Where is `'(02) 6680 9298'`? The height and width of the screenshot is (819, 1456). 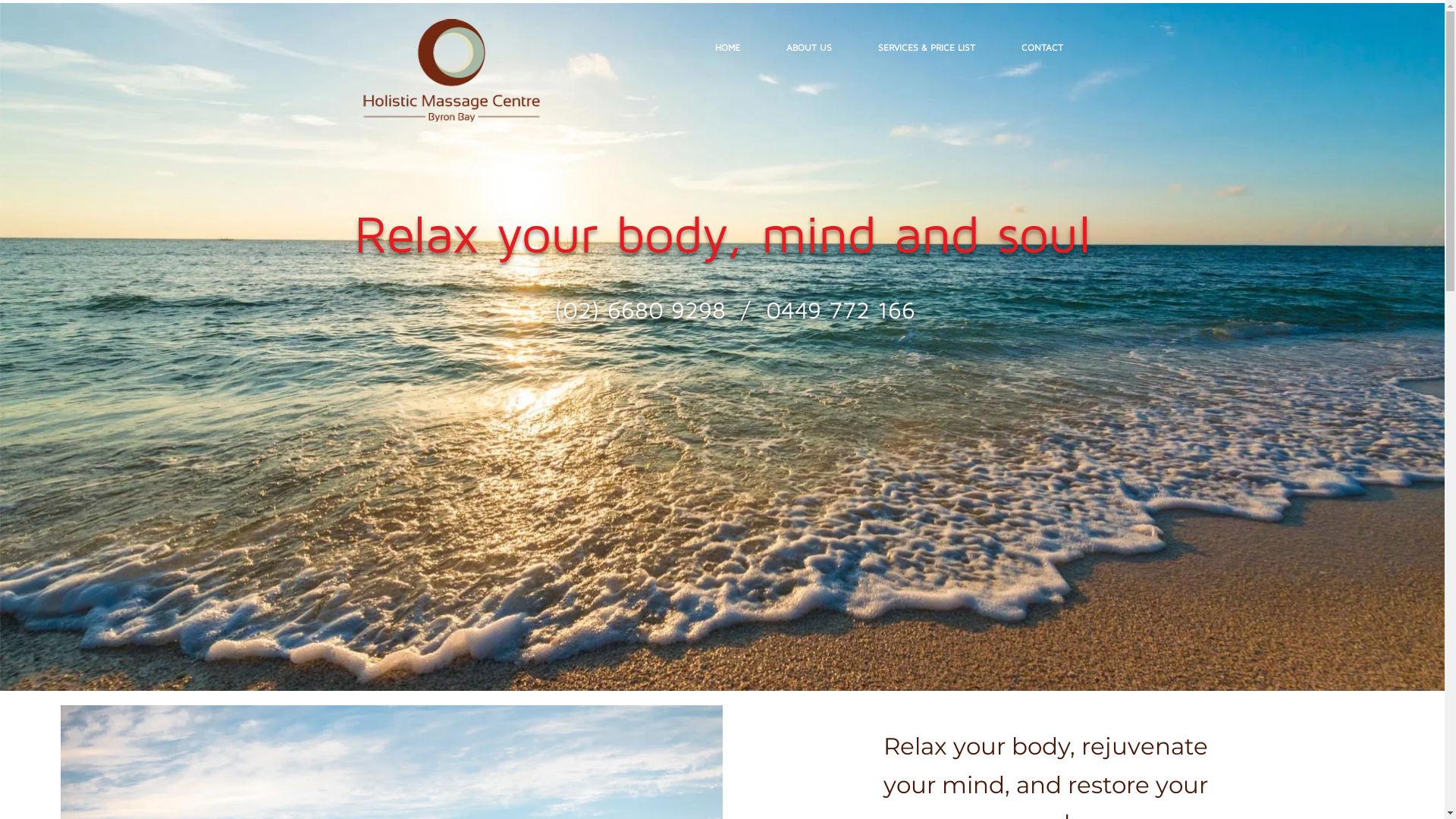
'(02) 6680 9298' is located at coordinates (640, 309).